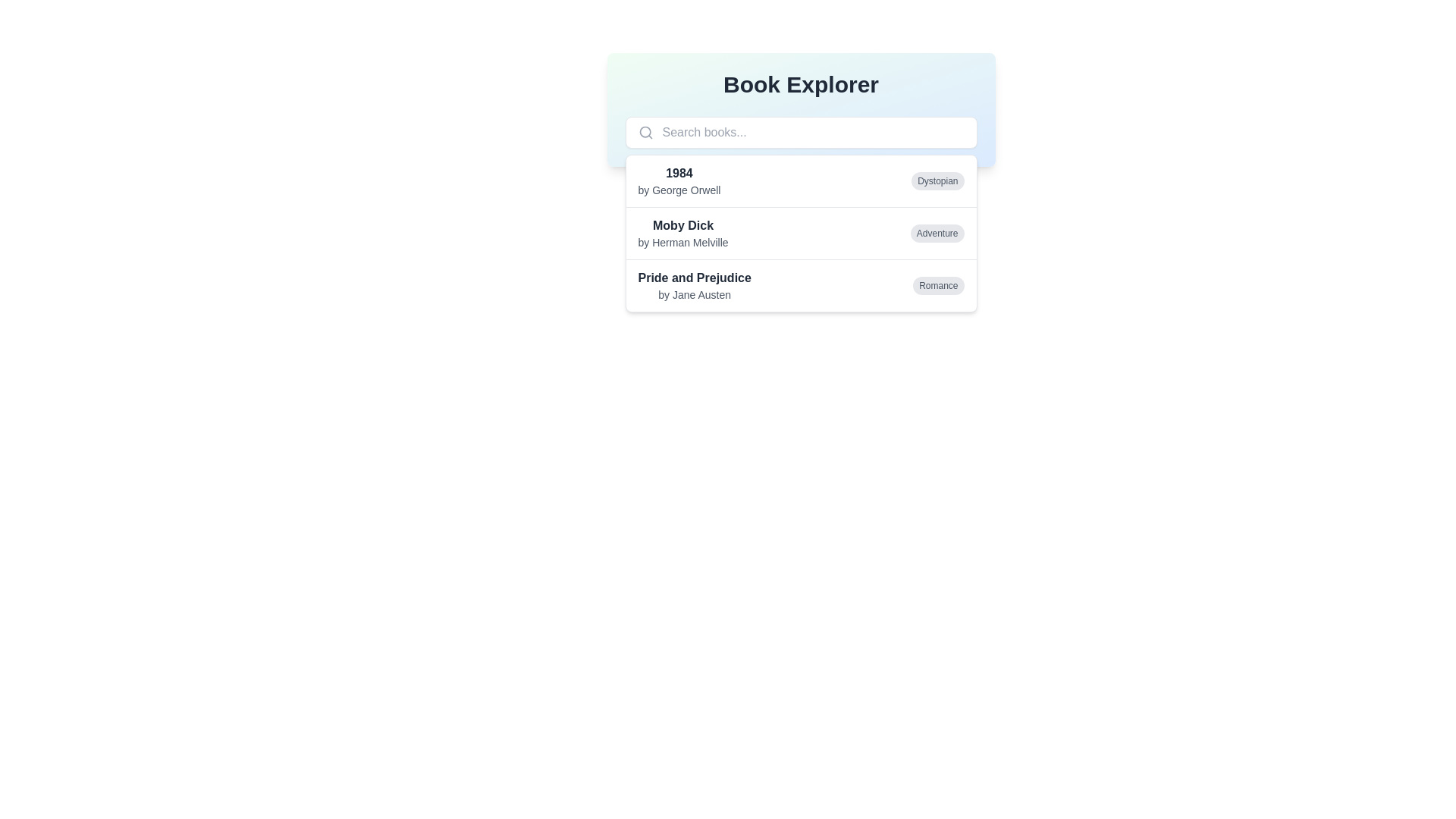  I want to click on the pill-shaped label with the text 'Dystopian', which is part of the book listing for '1984 by George Orwell', located at the far right of the visible row, so click(937, 180).